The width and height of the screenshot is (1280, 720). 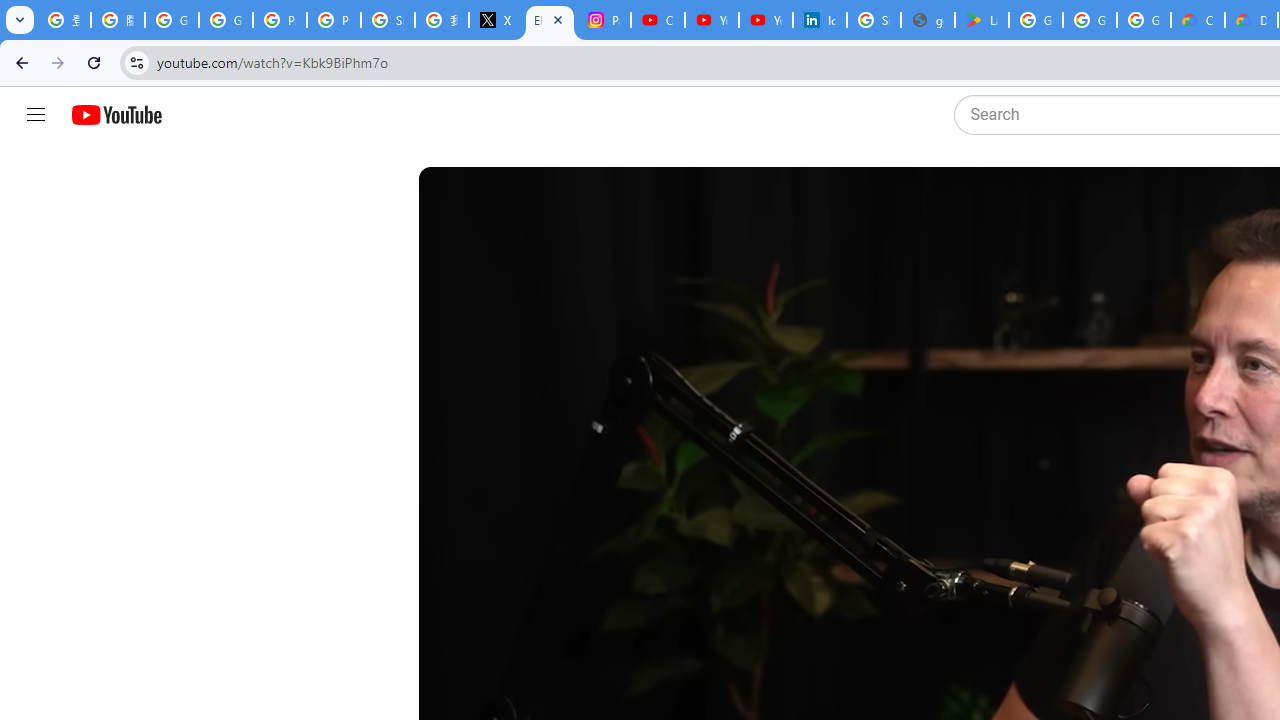 I want to click on 'Last Shelter: Survival - Apps on Google Play', so click(x=981, y=20).